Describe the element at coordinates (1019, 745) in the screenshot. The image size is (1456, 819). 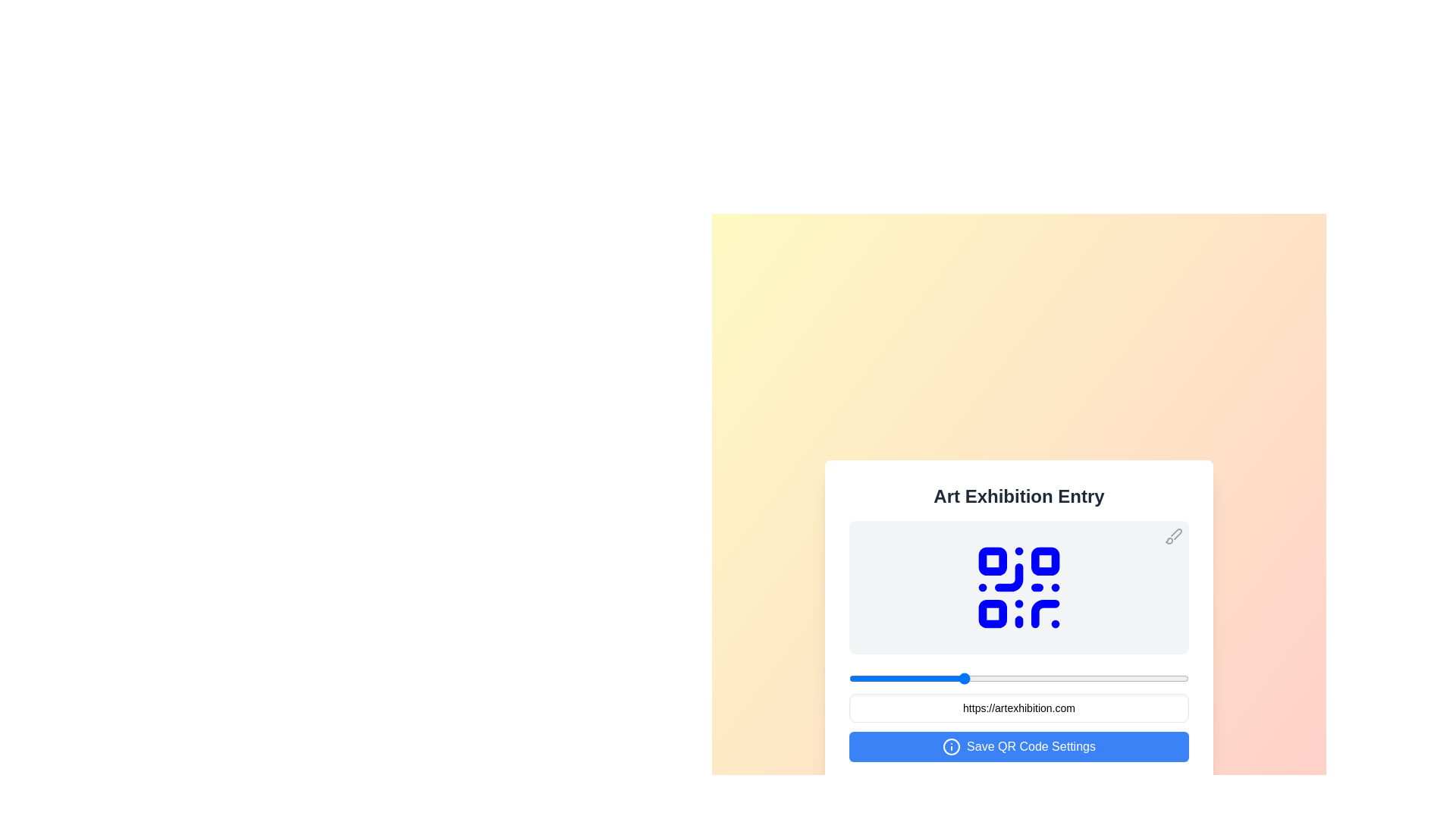
I see `the 'Save QR Code Settings' button with a solid blue background and white text` at that location.